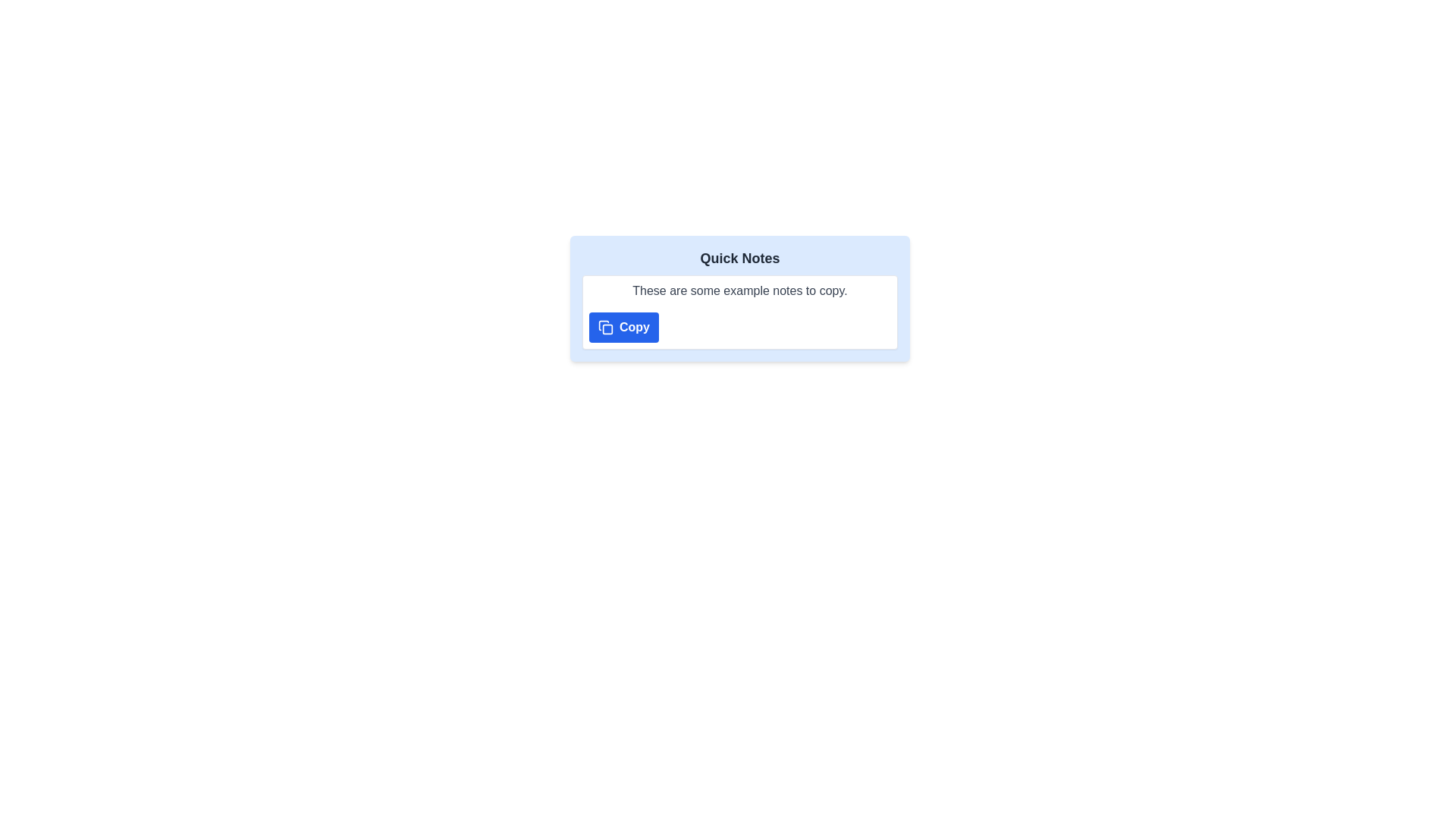 This screenshot has width=1456, height=819. What do you see at coordinates (604, 327) in the screenshot?
I see `the icon with a blue outline that resembles overlapping squares, located to the left of the 'Copy' label` at bounding box center [604, 327].